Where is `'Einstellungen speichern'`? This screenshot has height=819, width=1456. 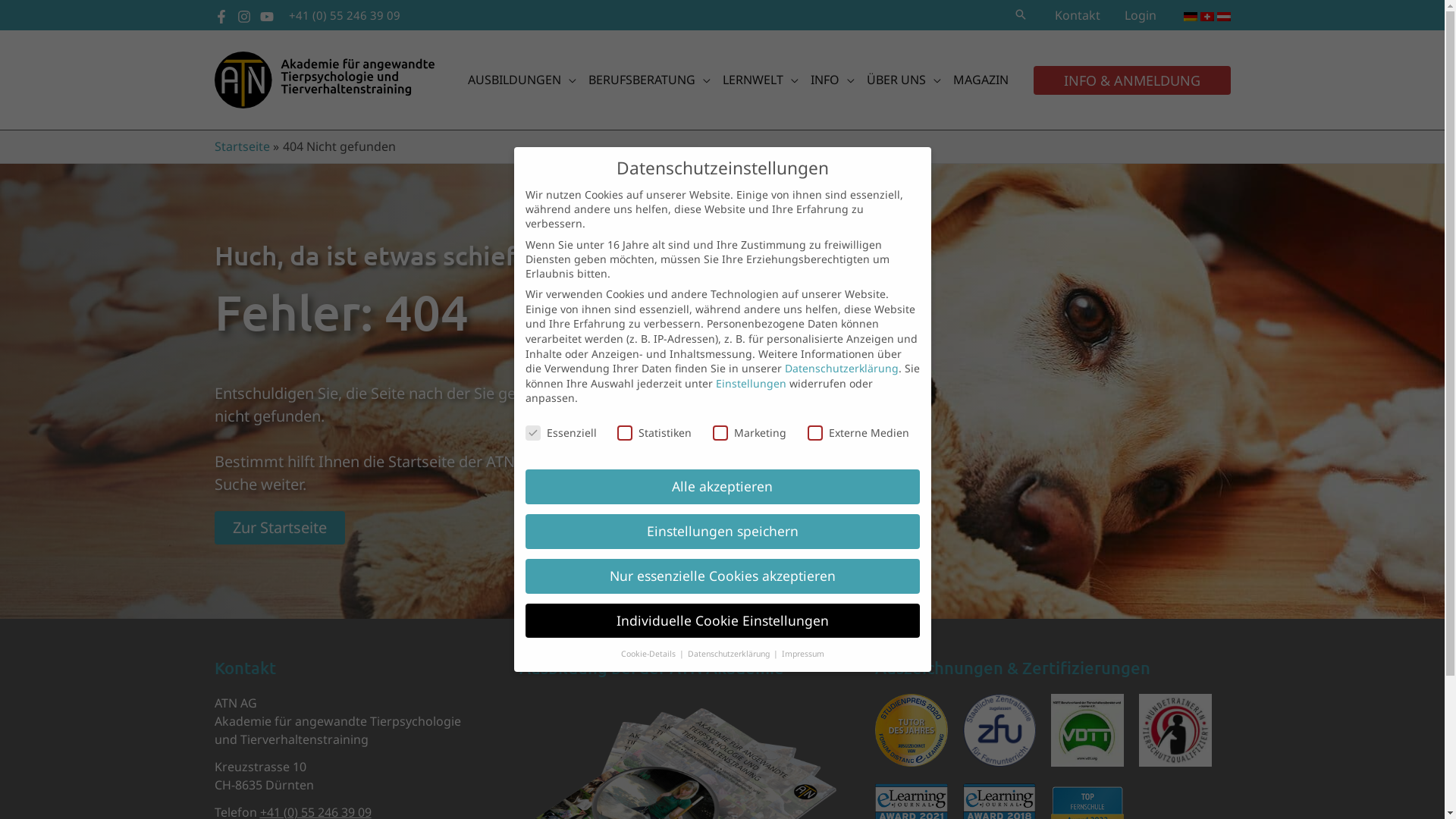 'Einstellungen speichern' is located at coordinates (720, 531).